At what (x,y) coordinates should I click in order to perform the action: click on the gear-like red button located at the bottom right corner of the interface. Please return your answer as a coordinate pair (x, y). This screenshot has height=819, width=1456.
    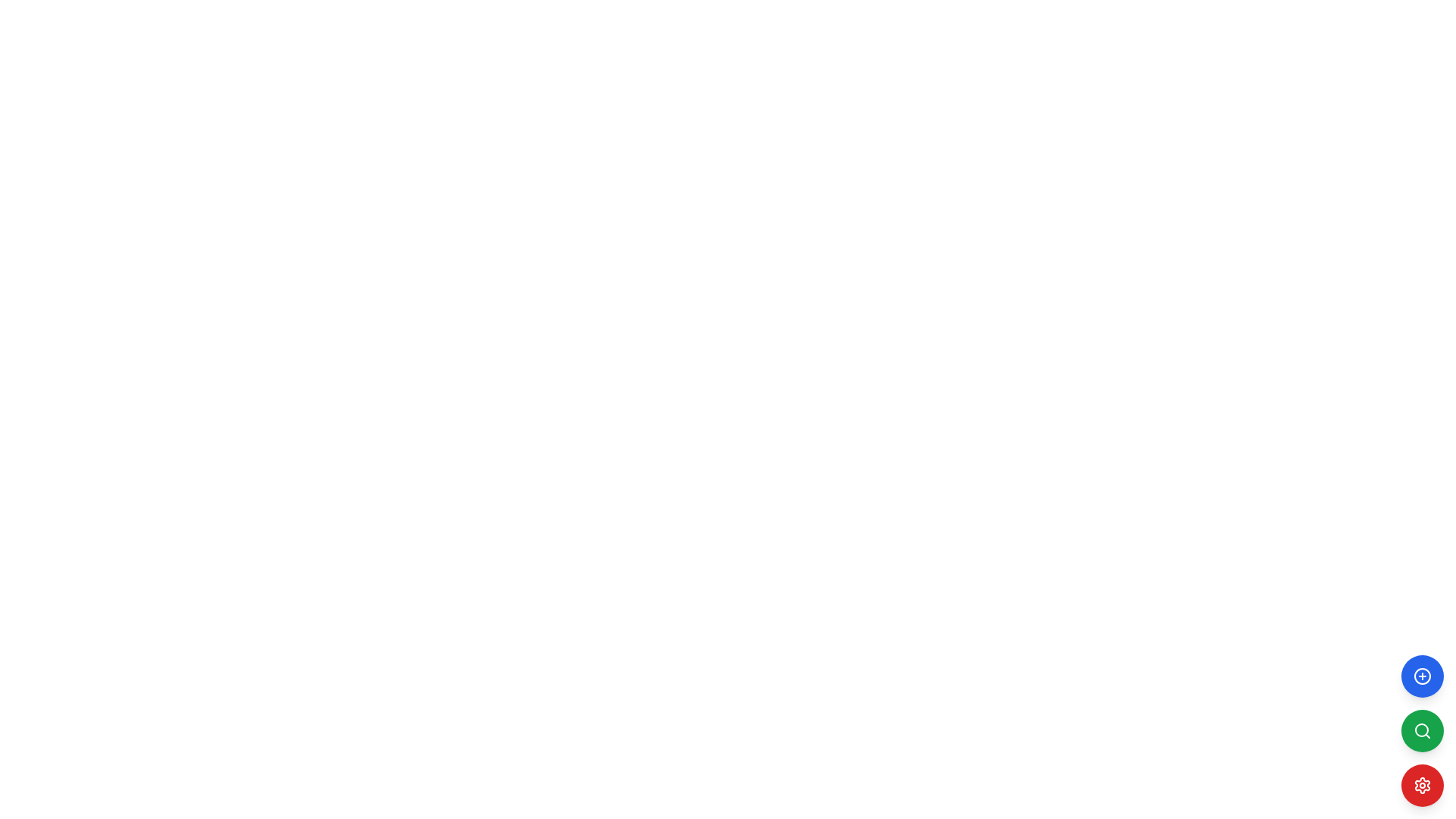
    Looking at the image, I should click on (1422, 785).